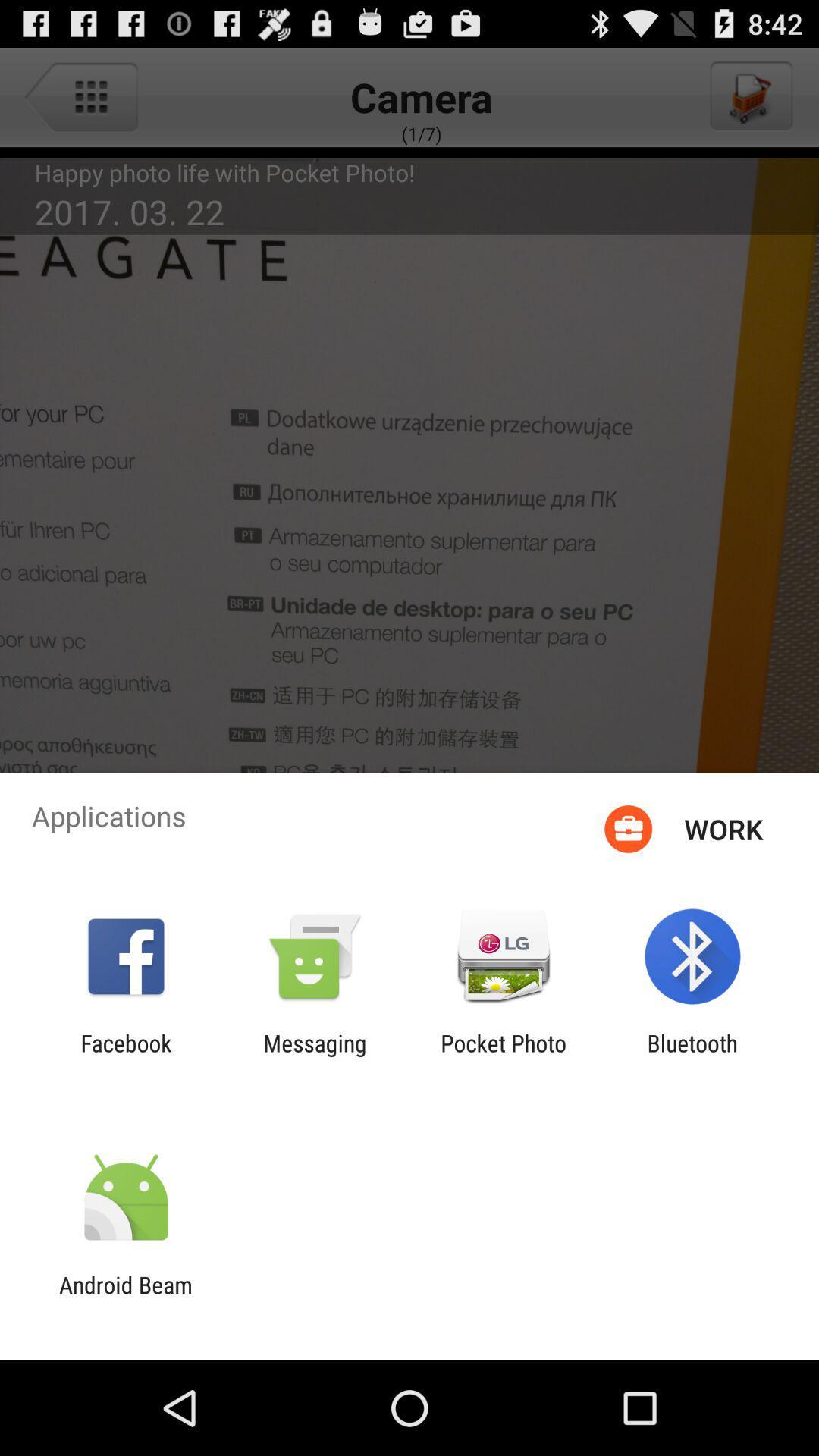  Describe the element at coordinates (692, 1056) in the screenshot. I see `item to the right of pocket photo app` at that location.